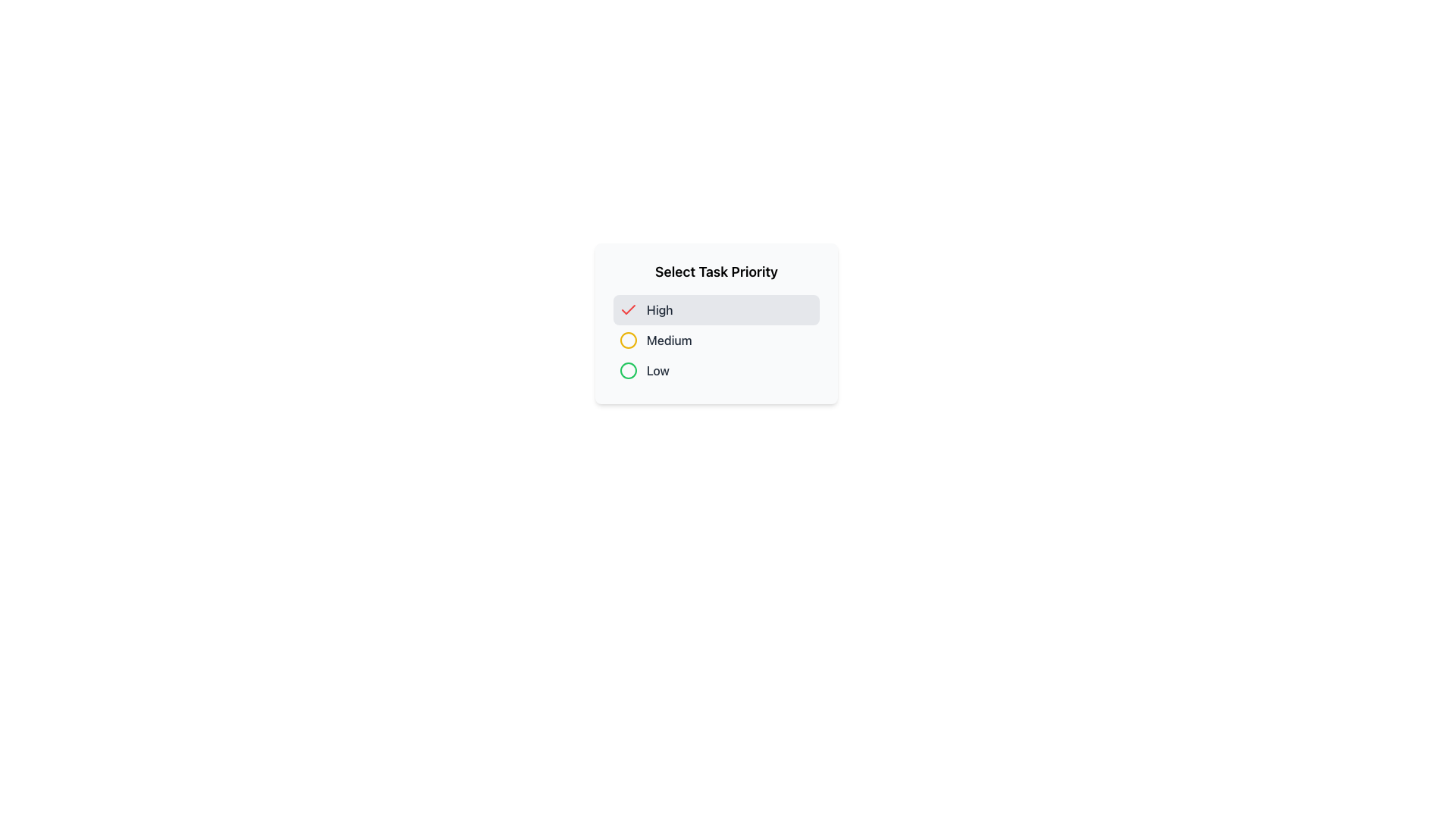 This screenshot has width=1456, height=819. Describe the element at coordinates (629, 371) in the screenshot. I see `the green-outlined circle icon located to the left of the 'Low' priority label` at that location.